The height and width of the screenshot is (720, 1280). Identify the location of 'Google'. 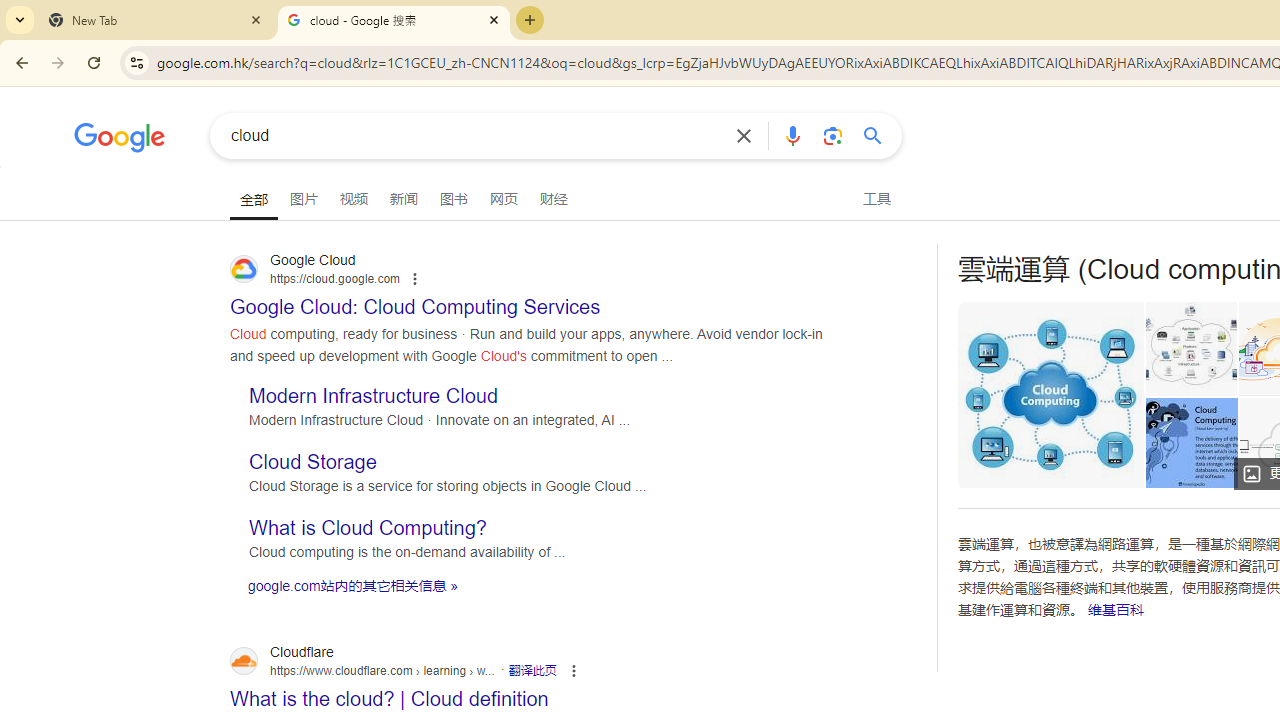
(119, 138).